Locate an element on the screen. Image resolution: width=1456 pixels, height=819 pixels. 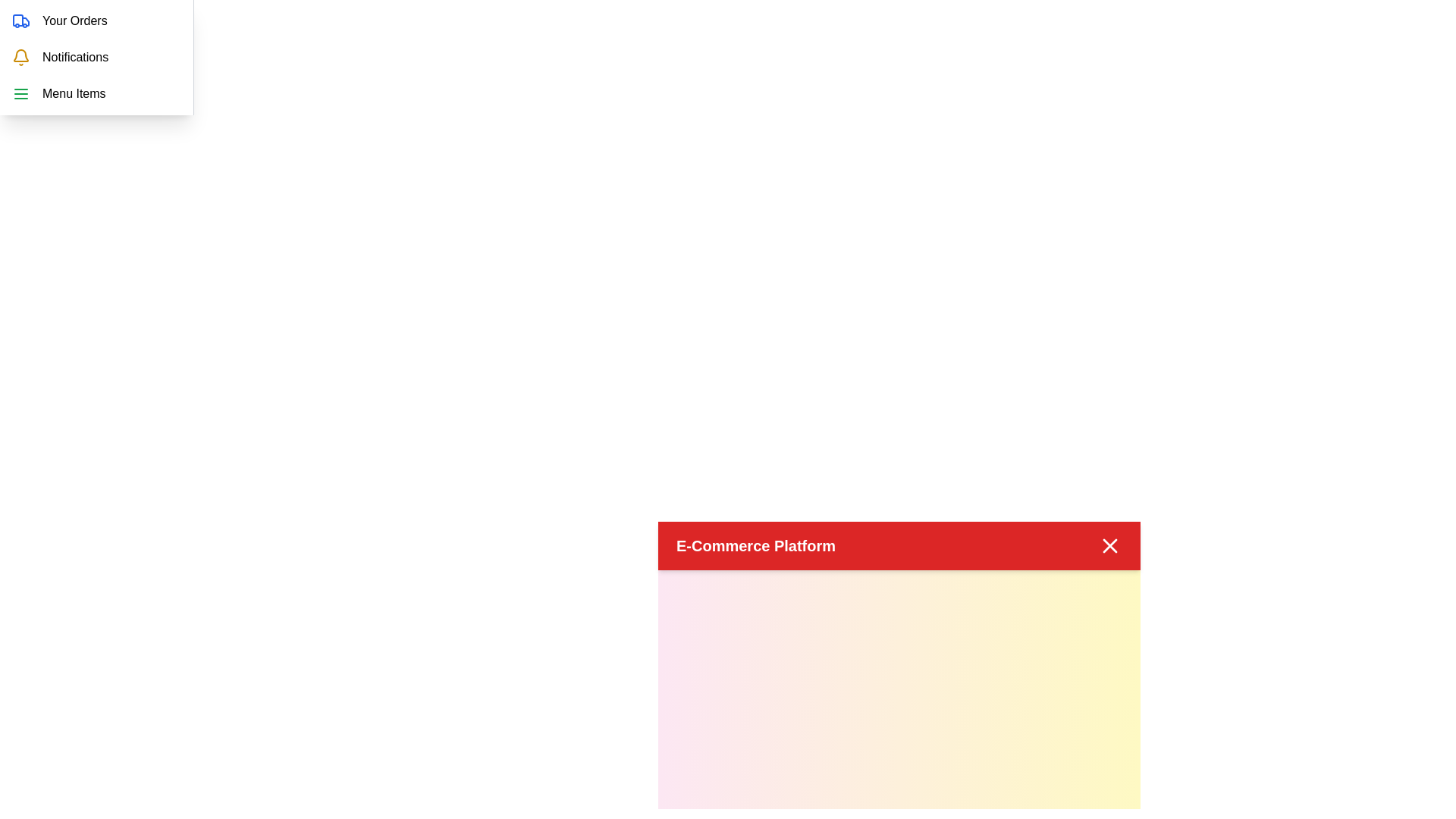
the 'Your Orders' text label and truck icon located at the top of the vertical menu list is located at coordinates (74, 20).